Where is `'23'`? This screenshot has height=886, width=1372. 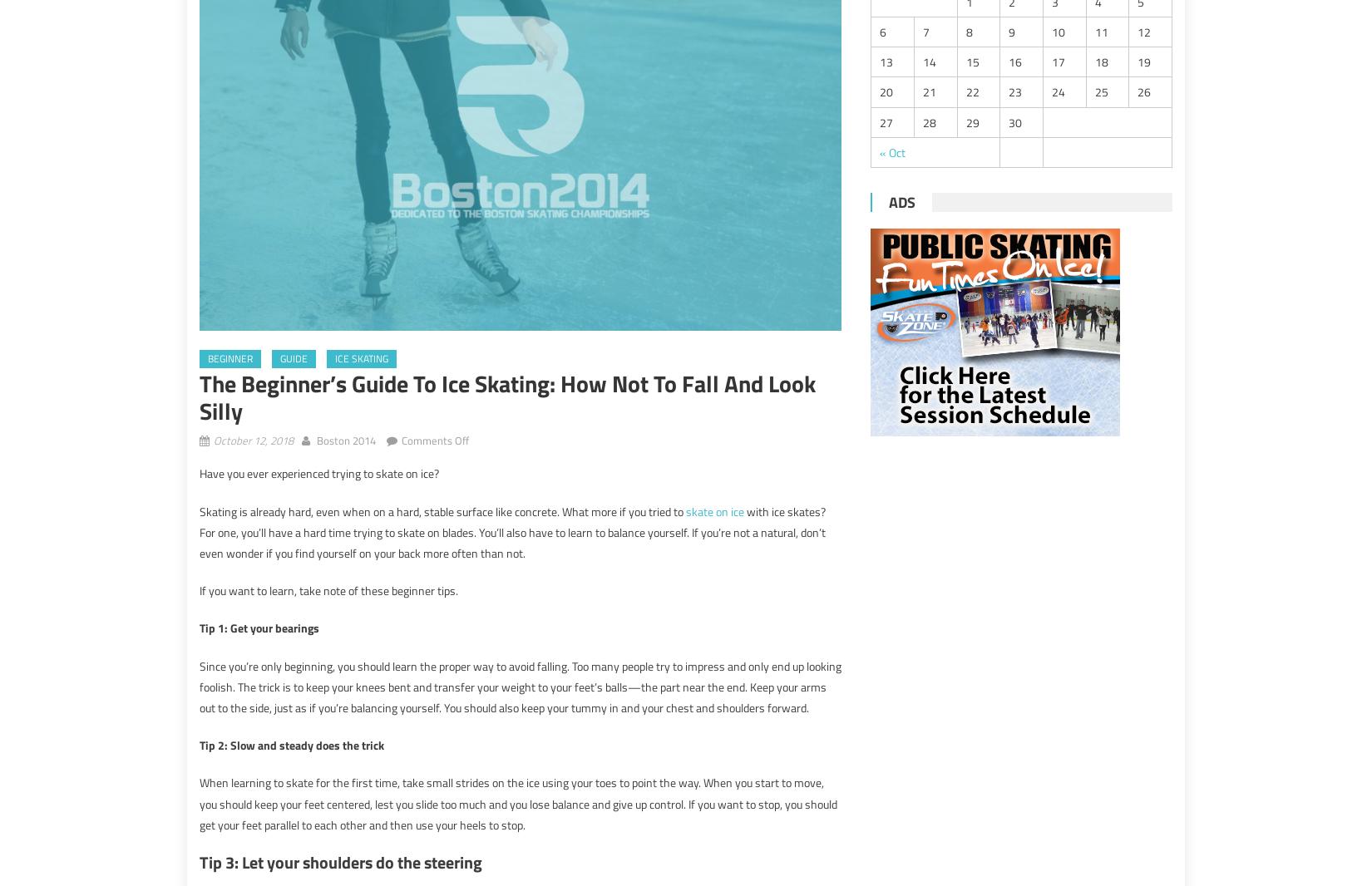
'23' is located at coordinates (1015, 91).